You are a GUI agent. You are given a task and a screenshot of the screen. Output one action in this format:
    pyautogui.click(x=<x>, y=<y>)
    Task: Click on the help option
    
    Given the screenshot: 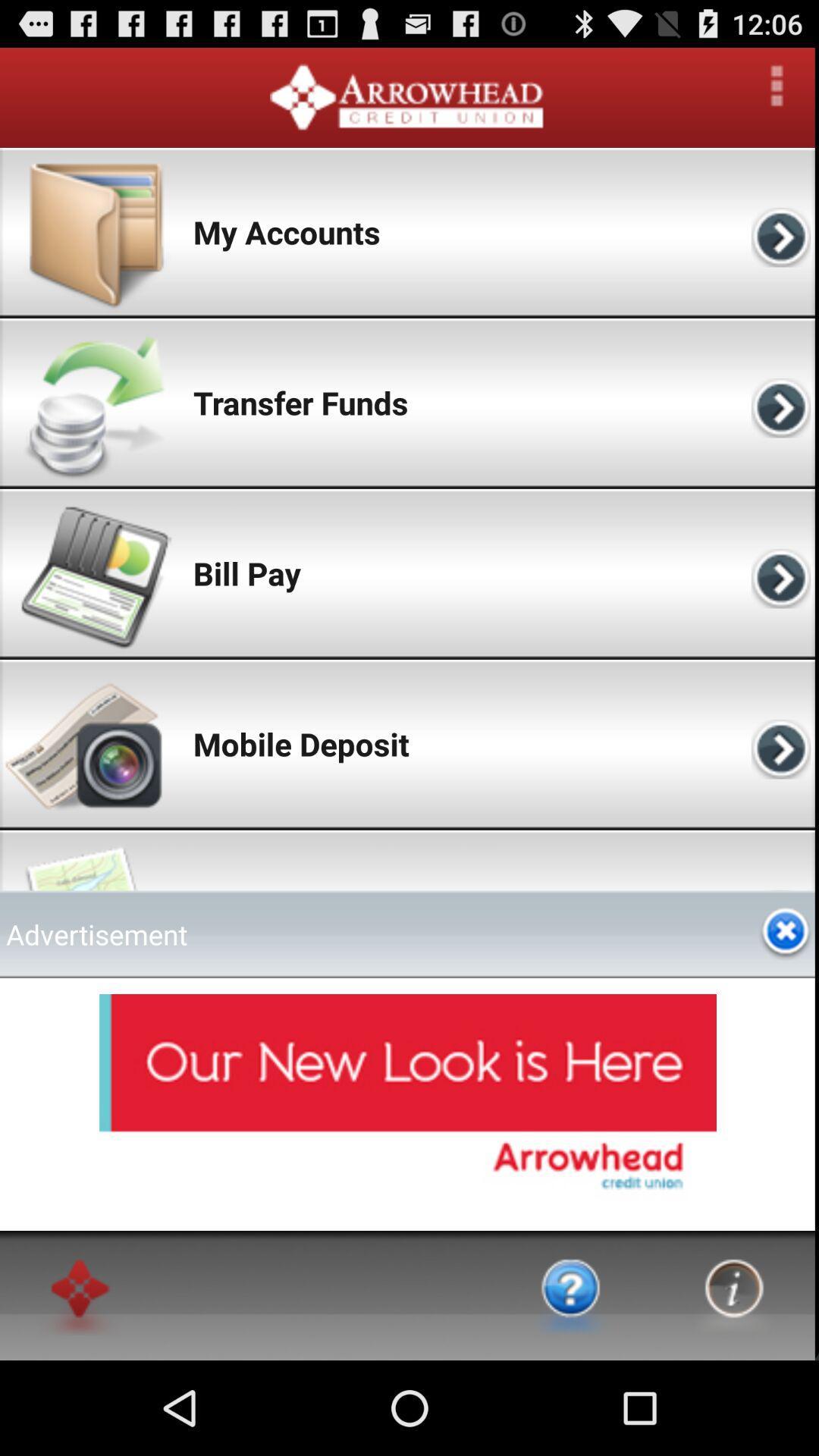 What is the action you would take?
    pyautogui.click(x=571, y=1294)
    